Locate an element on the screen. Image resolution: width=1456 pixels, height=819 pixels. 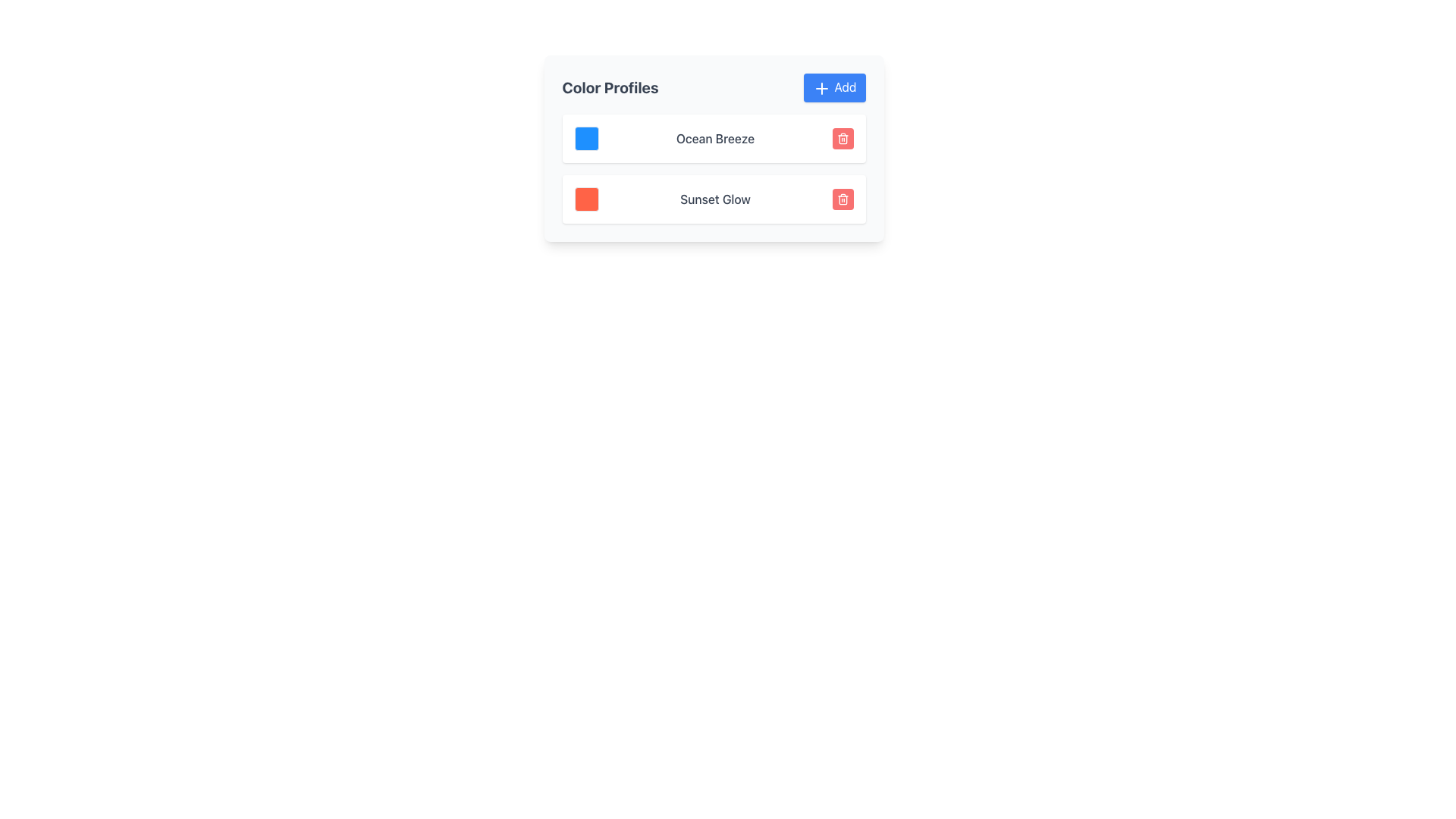
the label displaying the name of the associated color profile in the second row of the 'Color Profiles' list, positioned between an orange square block and a red delete button is located at coordinates (714, 198).